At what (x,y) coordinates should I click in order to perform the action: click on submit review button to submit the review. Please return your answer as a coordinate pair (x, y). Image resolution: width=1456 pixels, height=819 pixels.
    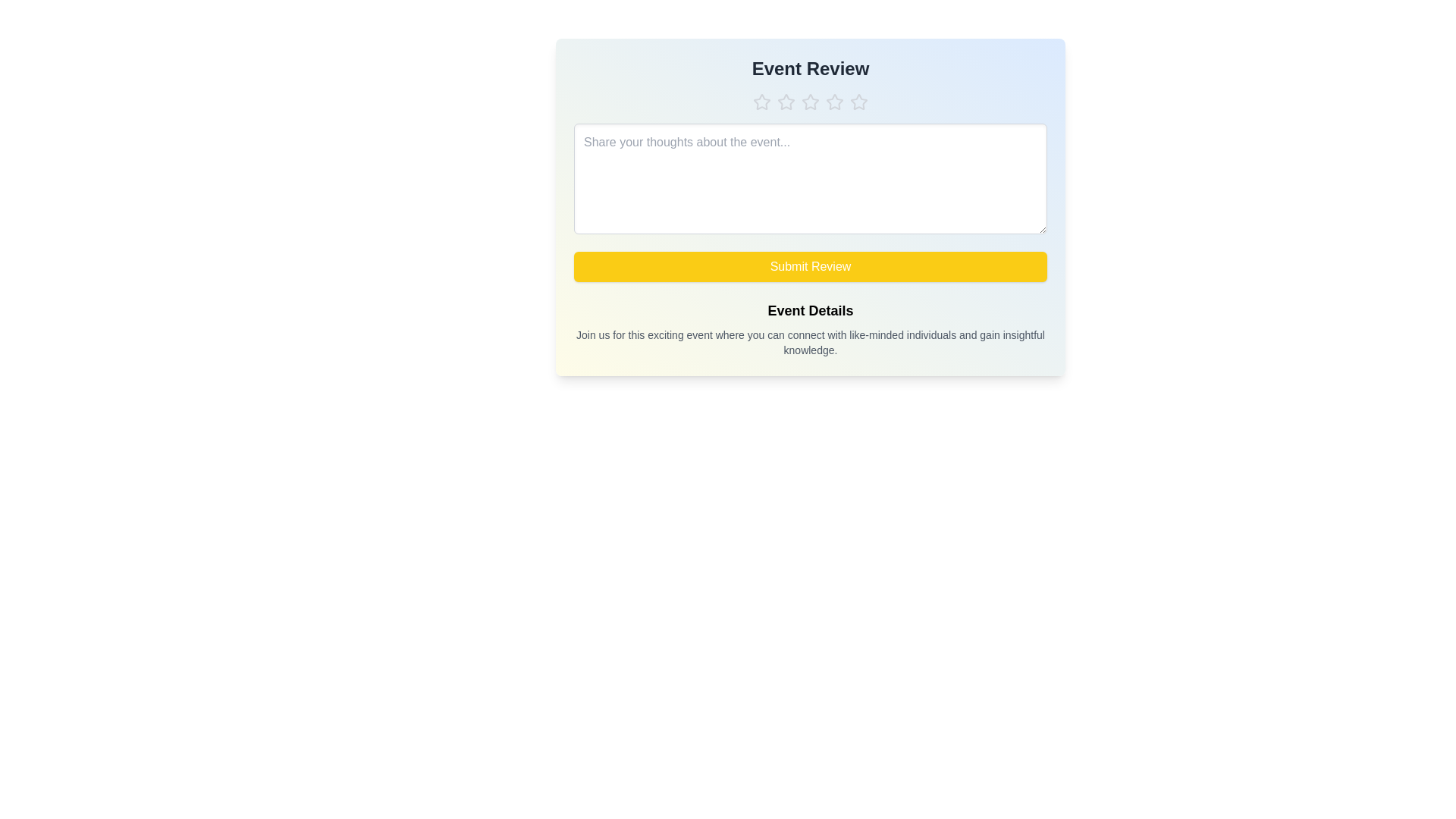
    Looking at the image, I should click on (810, 265).